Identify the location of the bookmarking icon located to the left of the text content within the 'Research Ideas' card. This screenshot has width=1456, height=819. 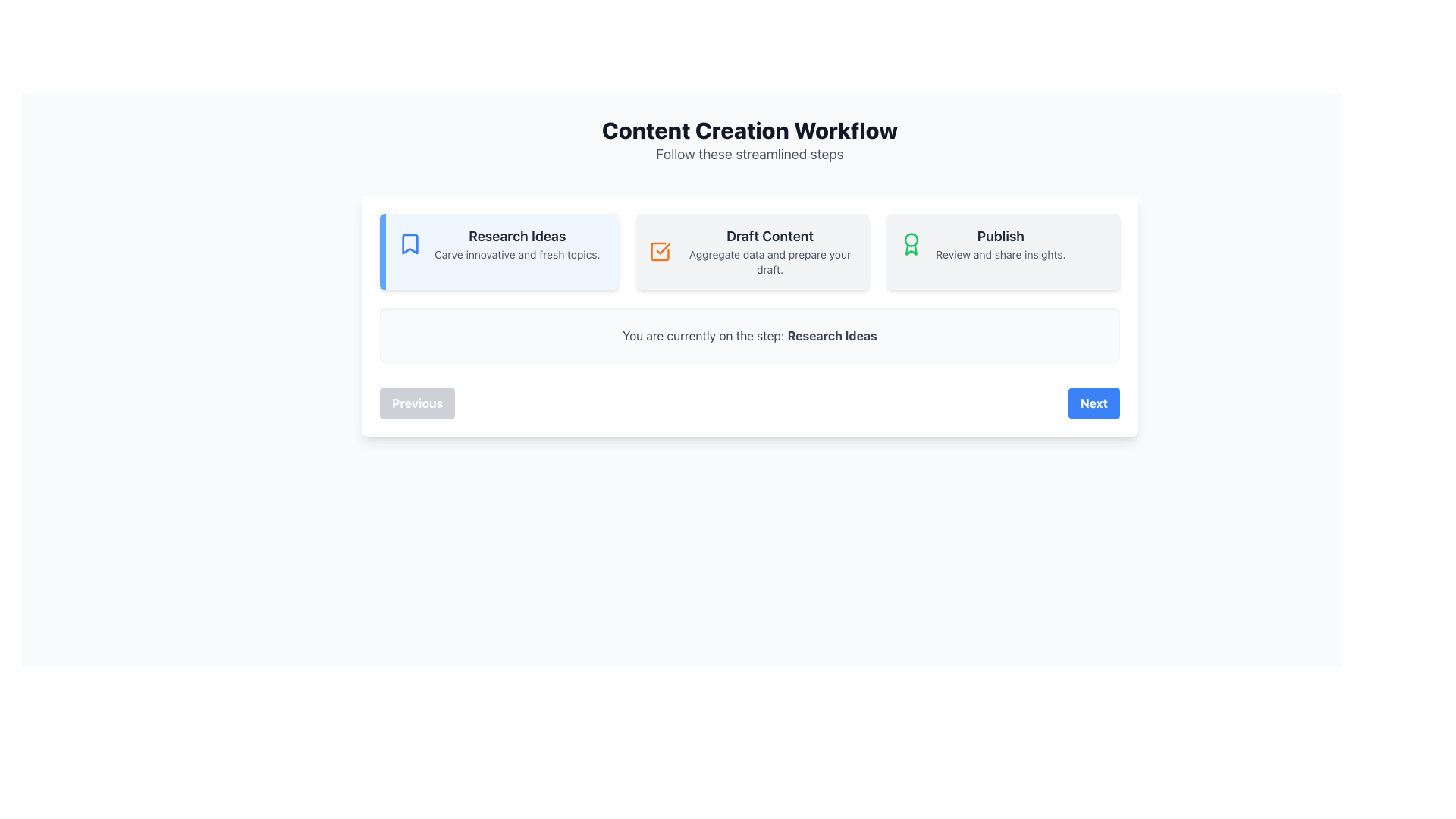
(410, 243).